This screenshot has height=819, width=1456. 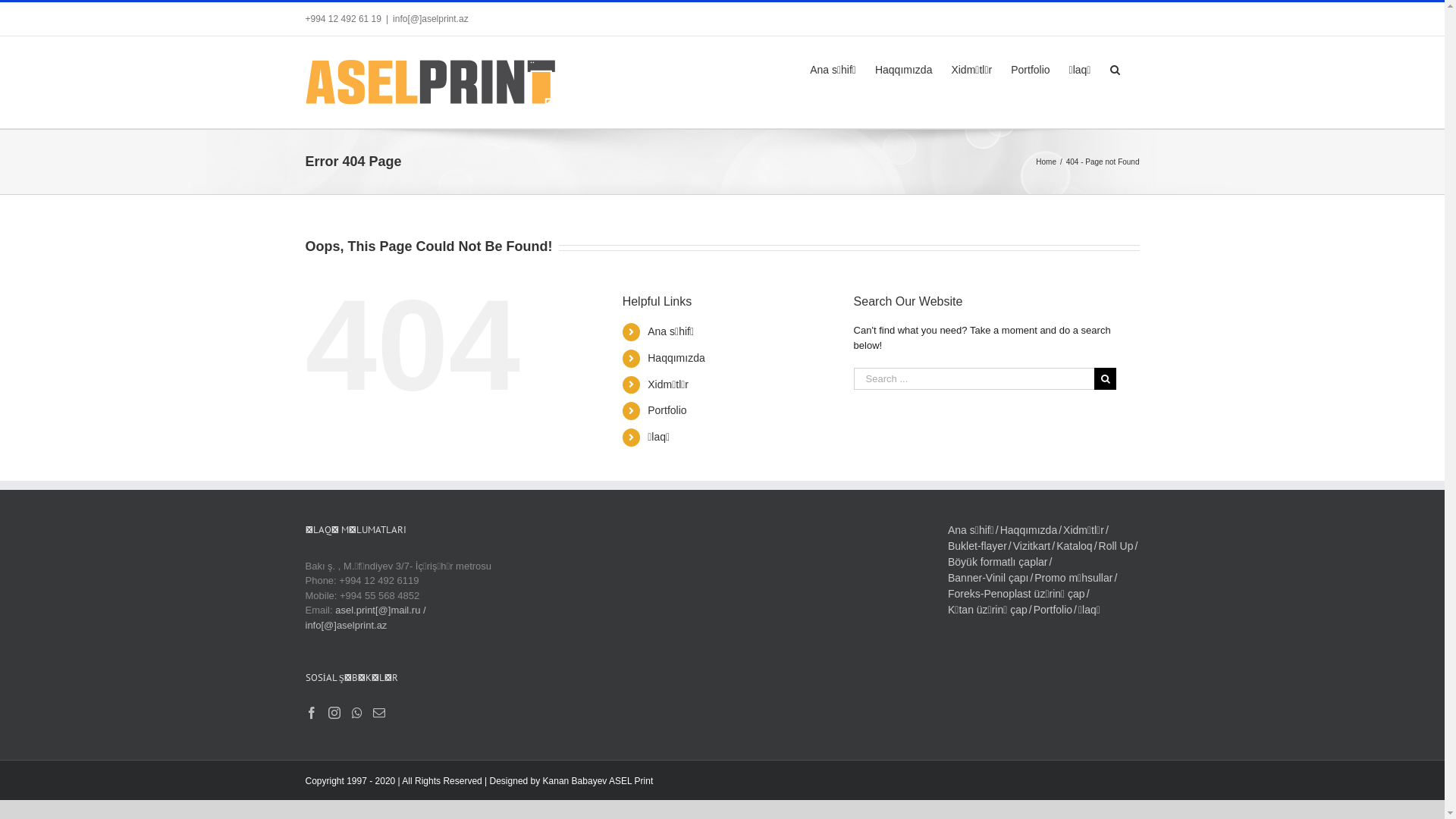 I want to click on 'asel.print[@]mail.ru / info[@]aselprint.az', so click(x=365, y=617).